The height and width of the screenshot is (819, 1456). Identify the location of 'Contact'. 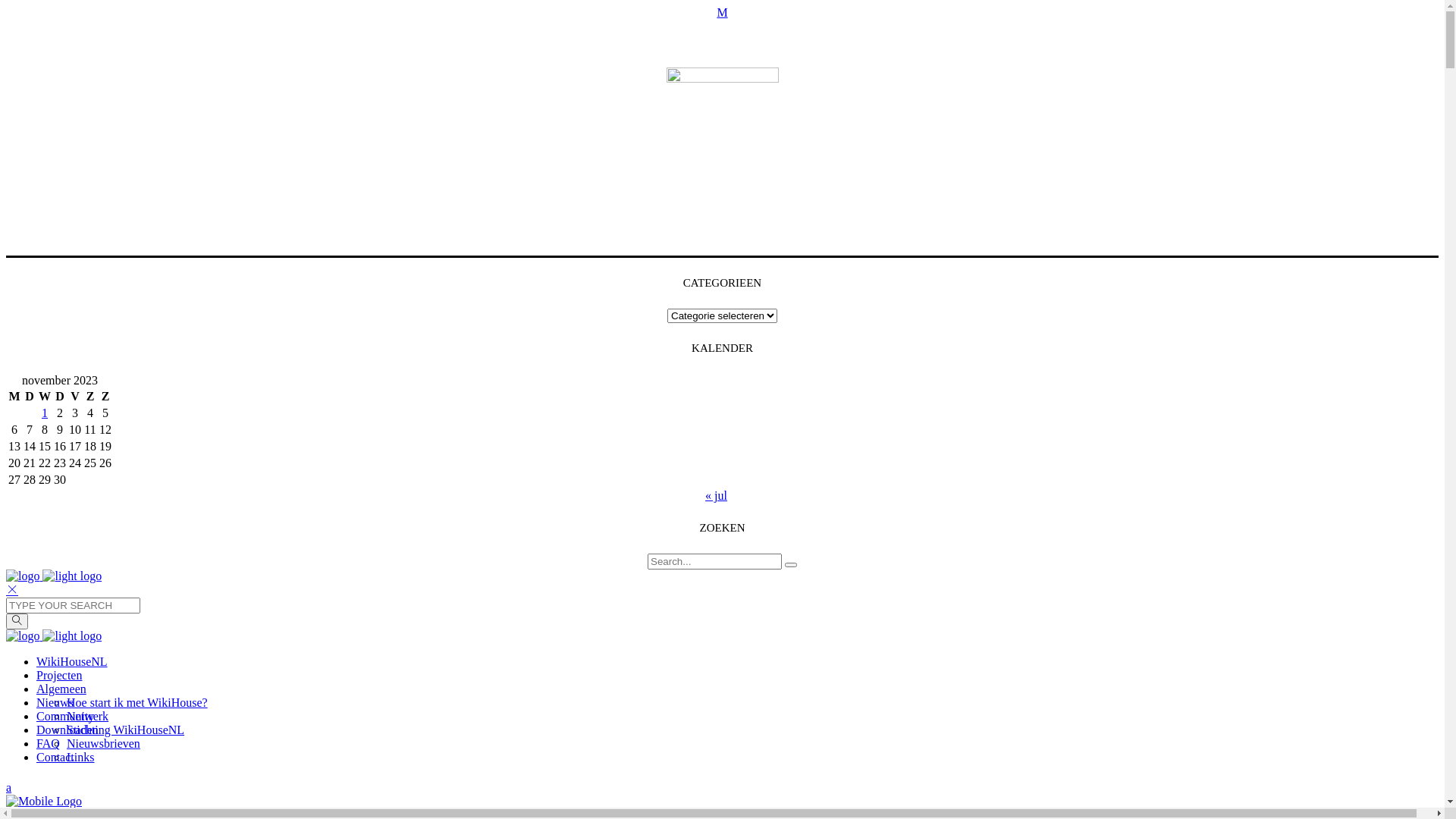
(55, 757).